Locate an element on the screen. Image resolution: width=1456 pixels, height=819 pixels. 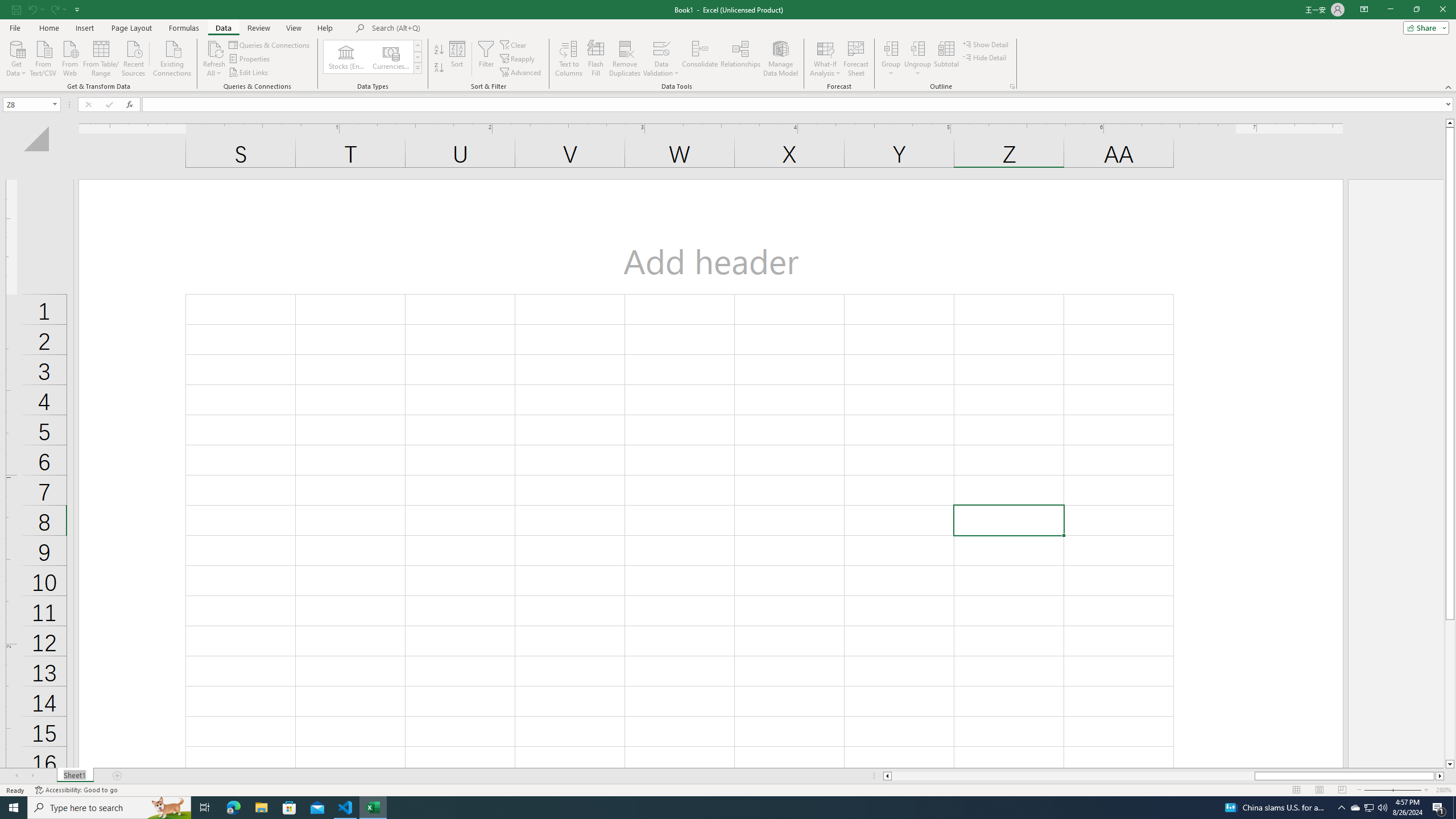
'Consolidate...' is located at coordinates (700, 59).